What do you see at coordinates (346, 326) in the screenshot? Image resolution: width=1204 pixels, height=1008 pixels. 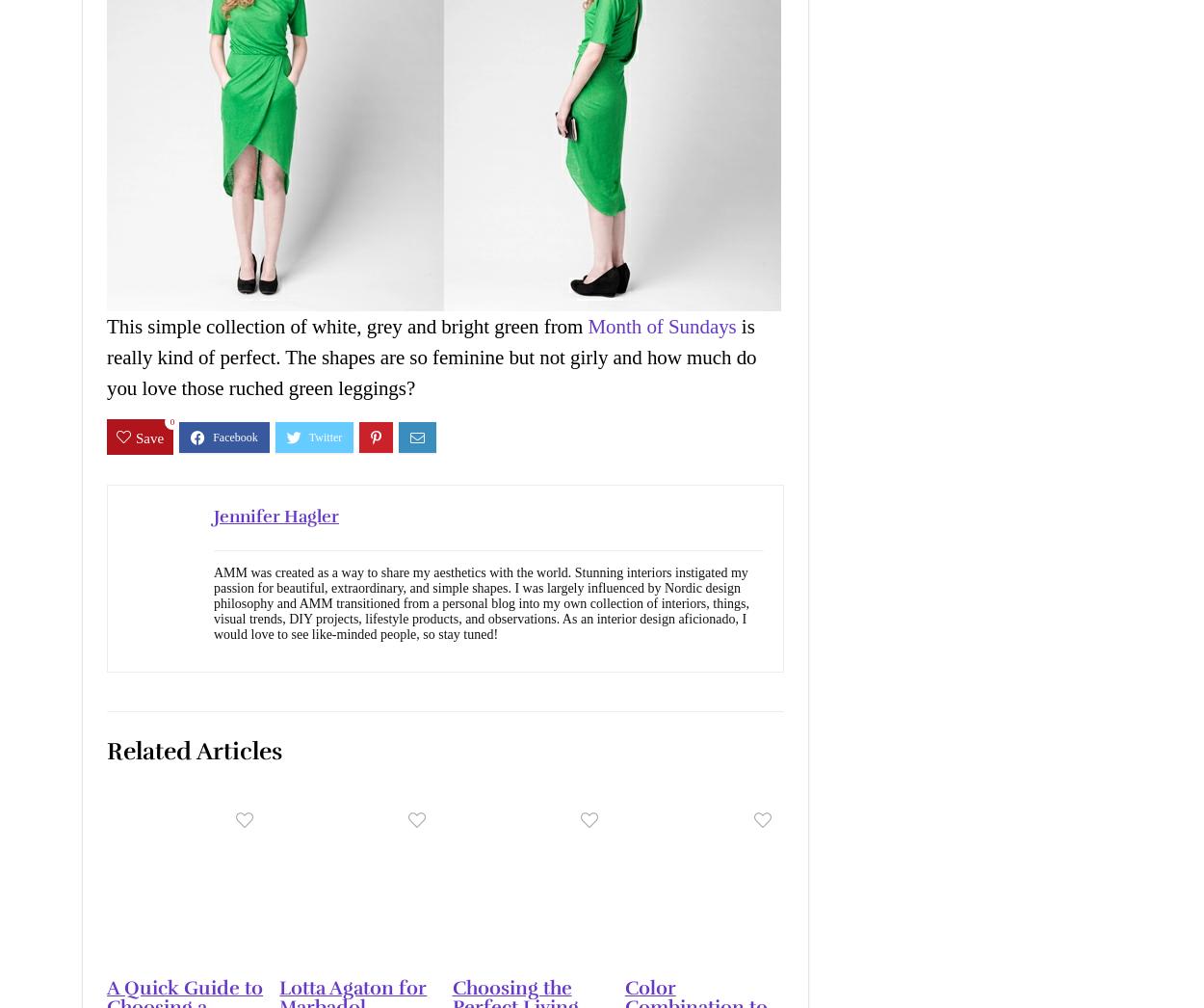 I see `'This simple collection of white, grey and bright green from'` at bounding box center [346, 326].